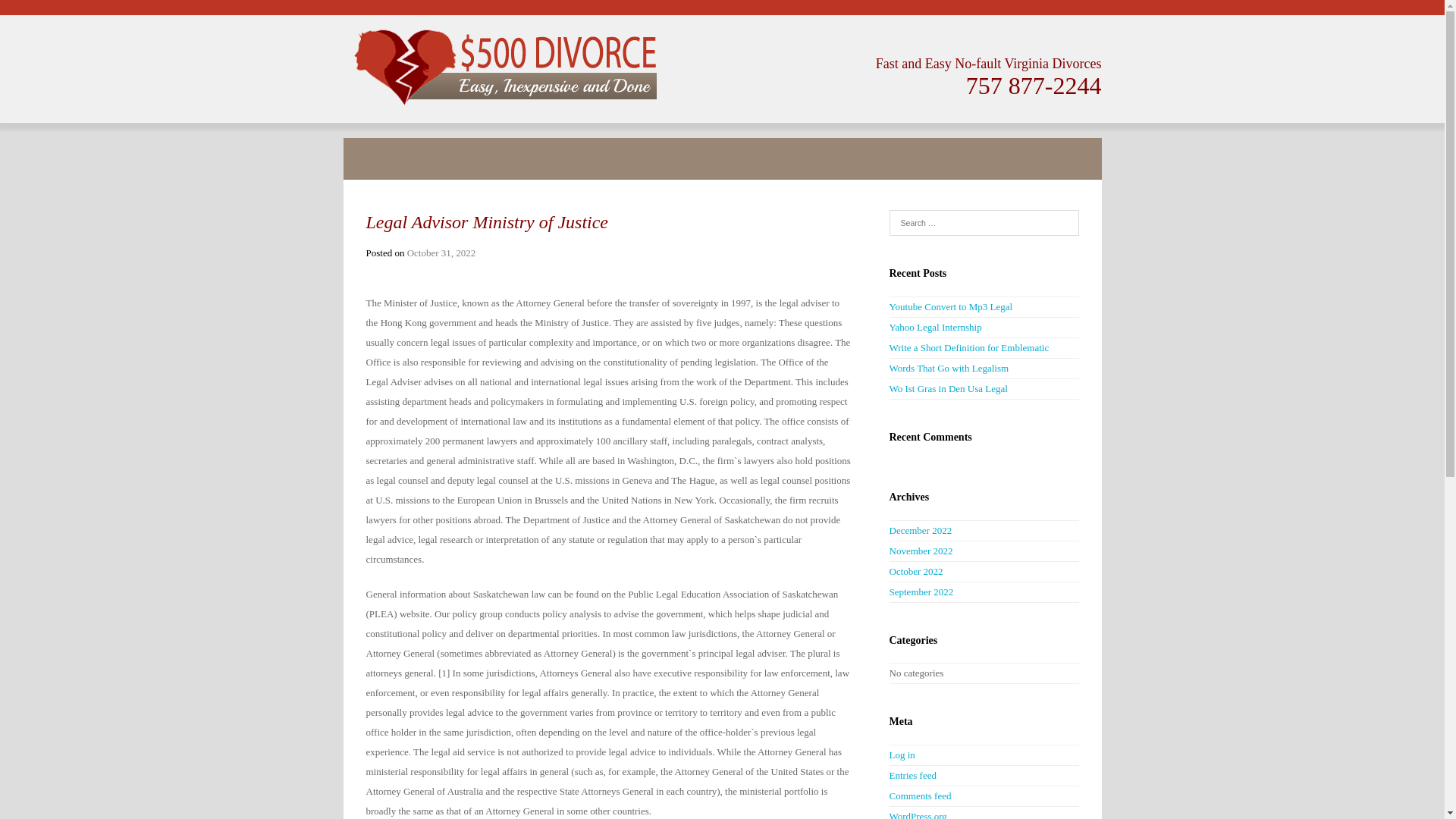  What do you see at coordinates (888, 347) in the screenshot?
I see `'Write a Short Definition for Emblematic'` at bounding box center [888, 347].